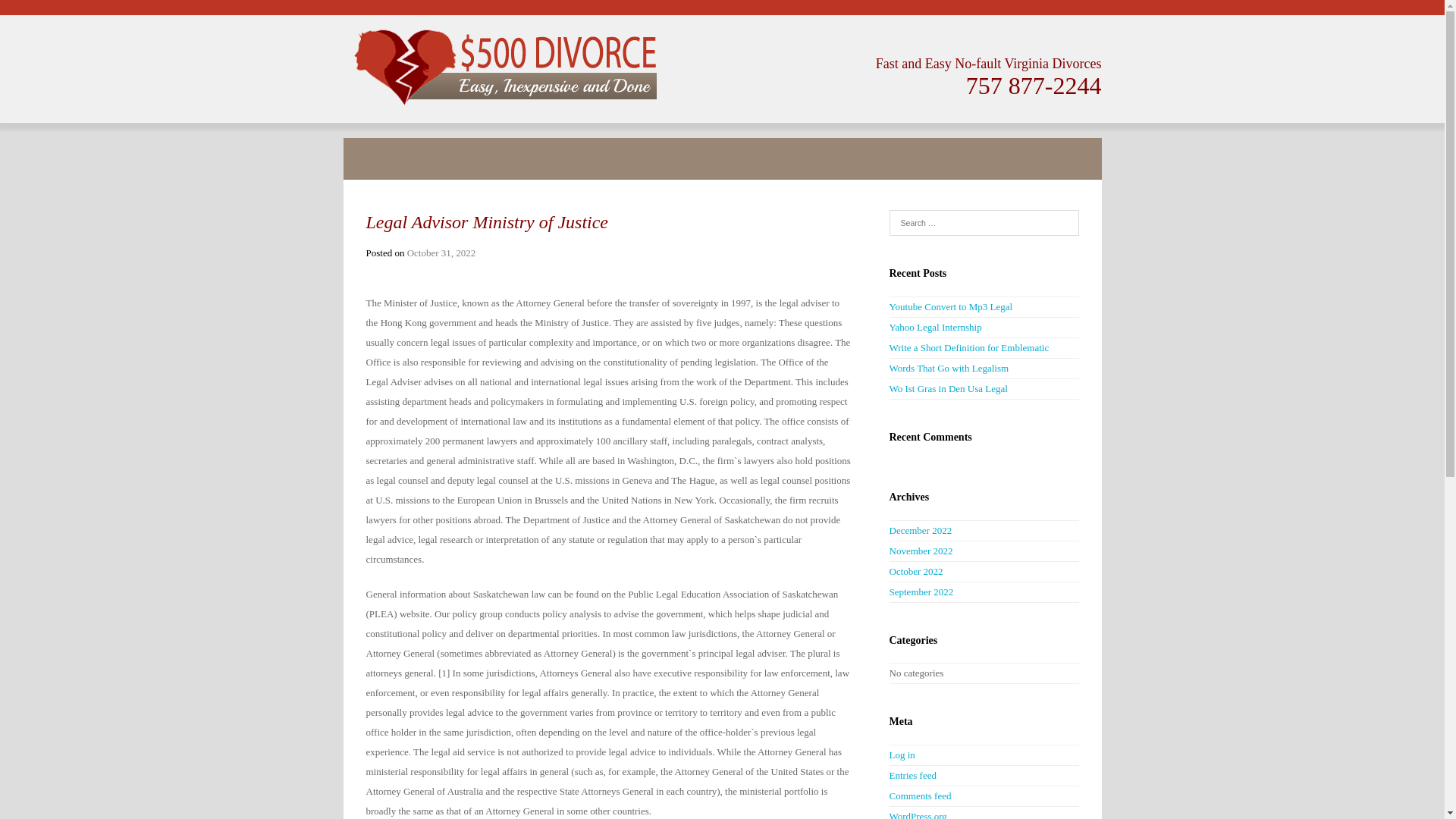  What do you see at coordinates (888, 347) in the screenshot?
I see `'Write a Short Definition for Emblematic'` at bounding box center [888, 347].